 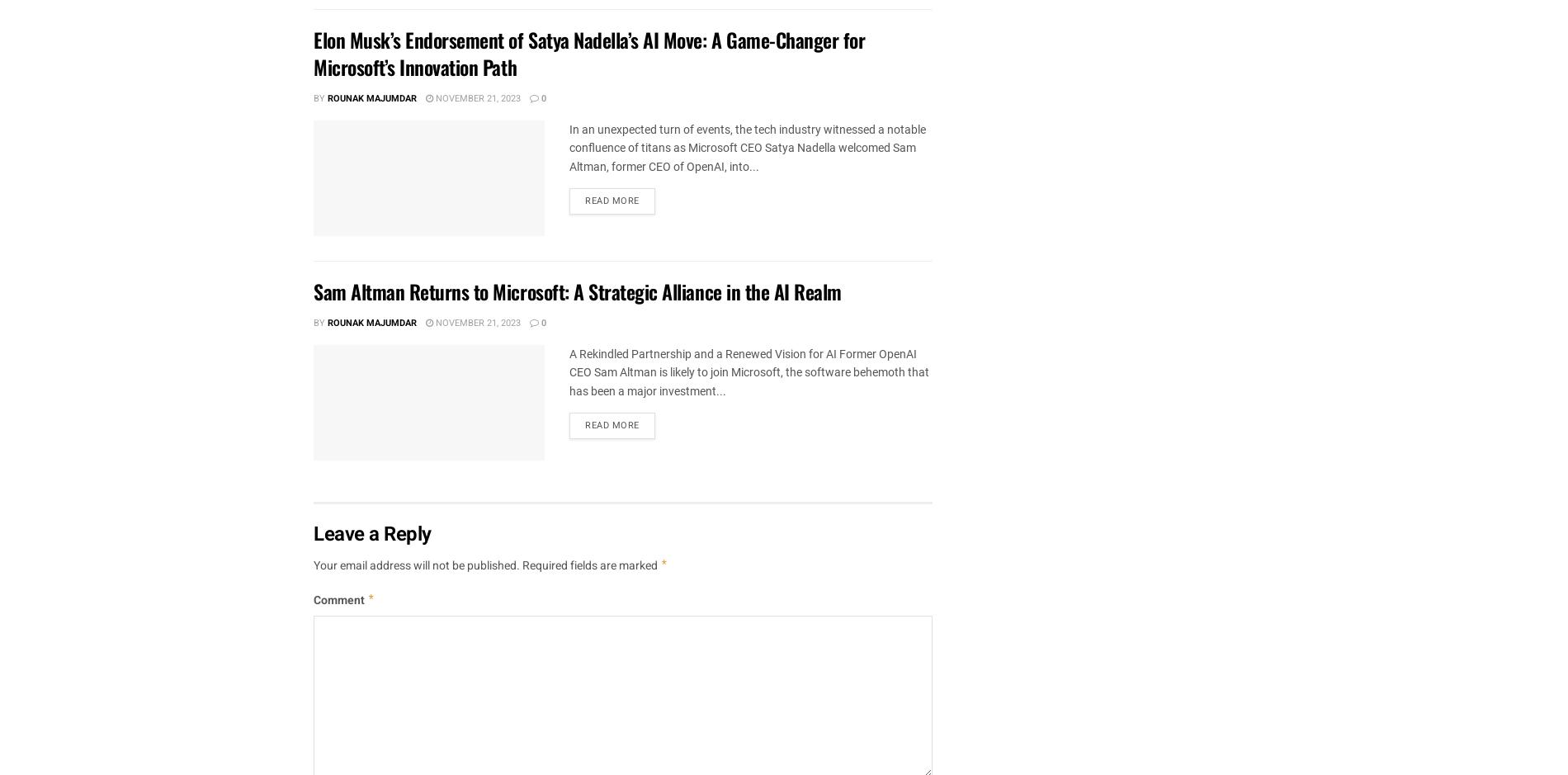 I want to click on 'Sam Altman Returns to Microsoft: A Strategic Alliance in the AI Realm', so click(x=313, y=290).